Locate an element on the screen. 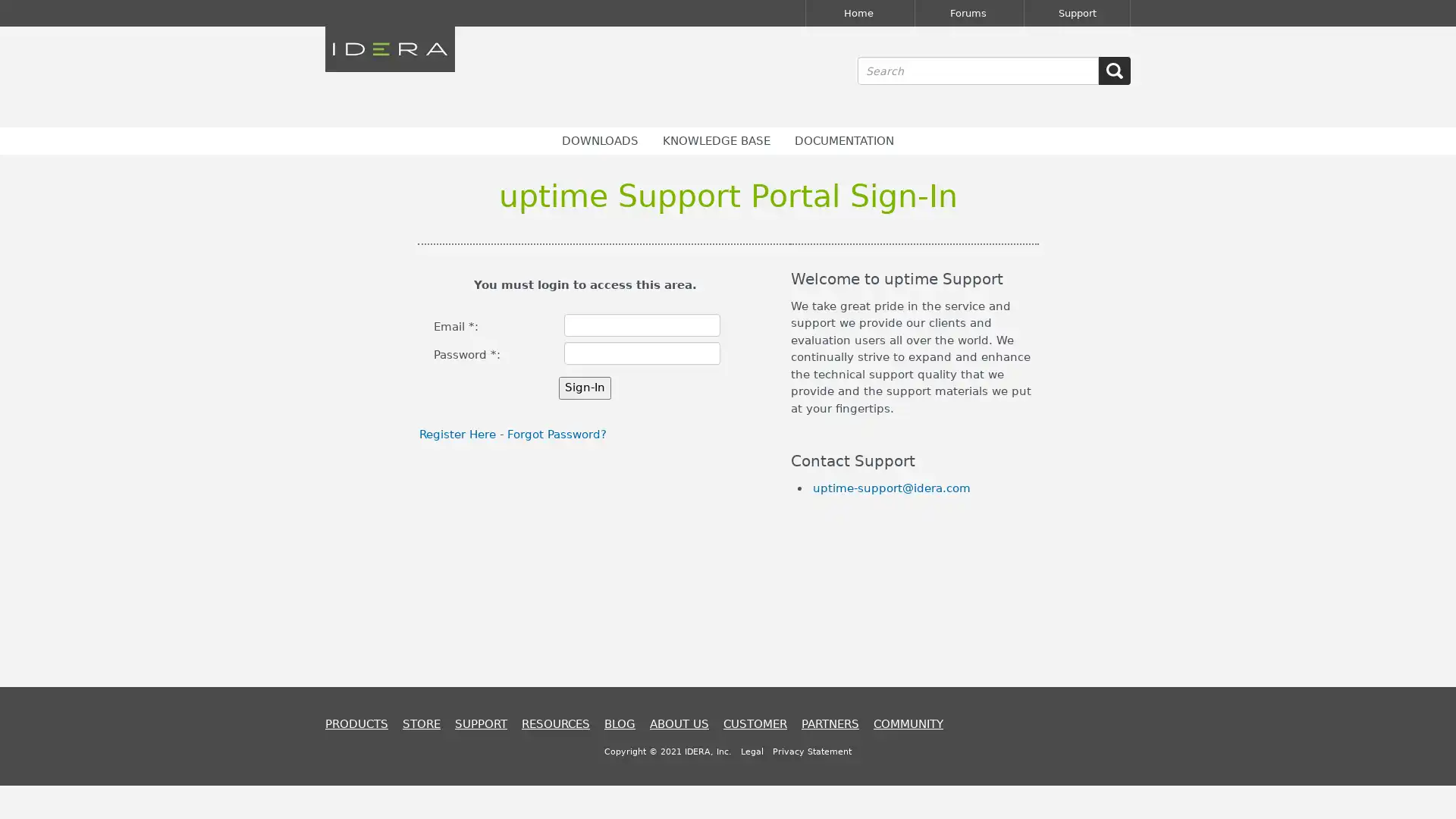  SEARCH is located at coordinates (1114, 71).